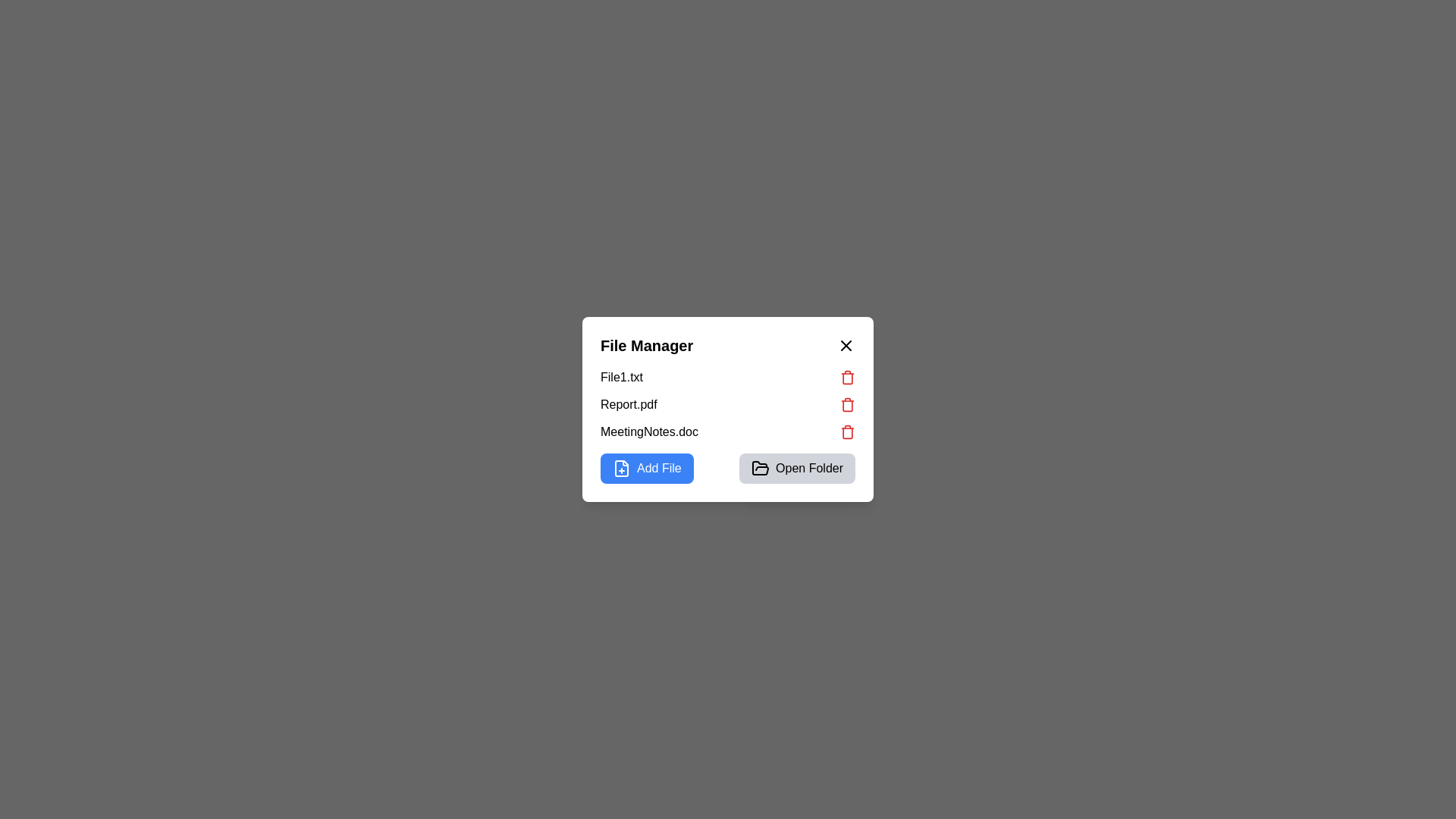 The image size is (1456, 819). I want to click on the icon located to the left of the 'Open Folder' button in the bottom right section of the modal window, so click(761, 467).